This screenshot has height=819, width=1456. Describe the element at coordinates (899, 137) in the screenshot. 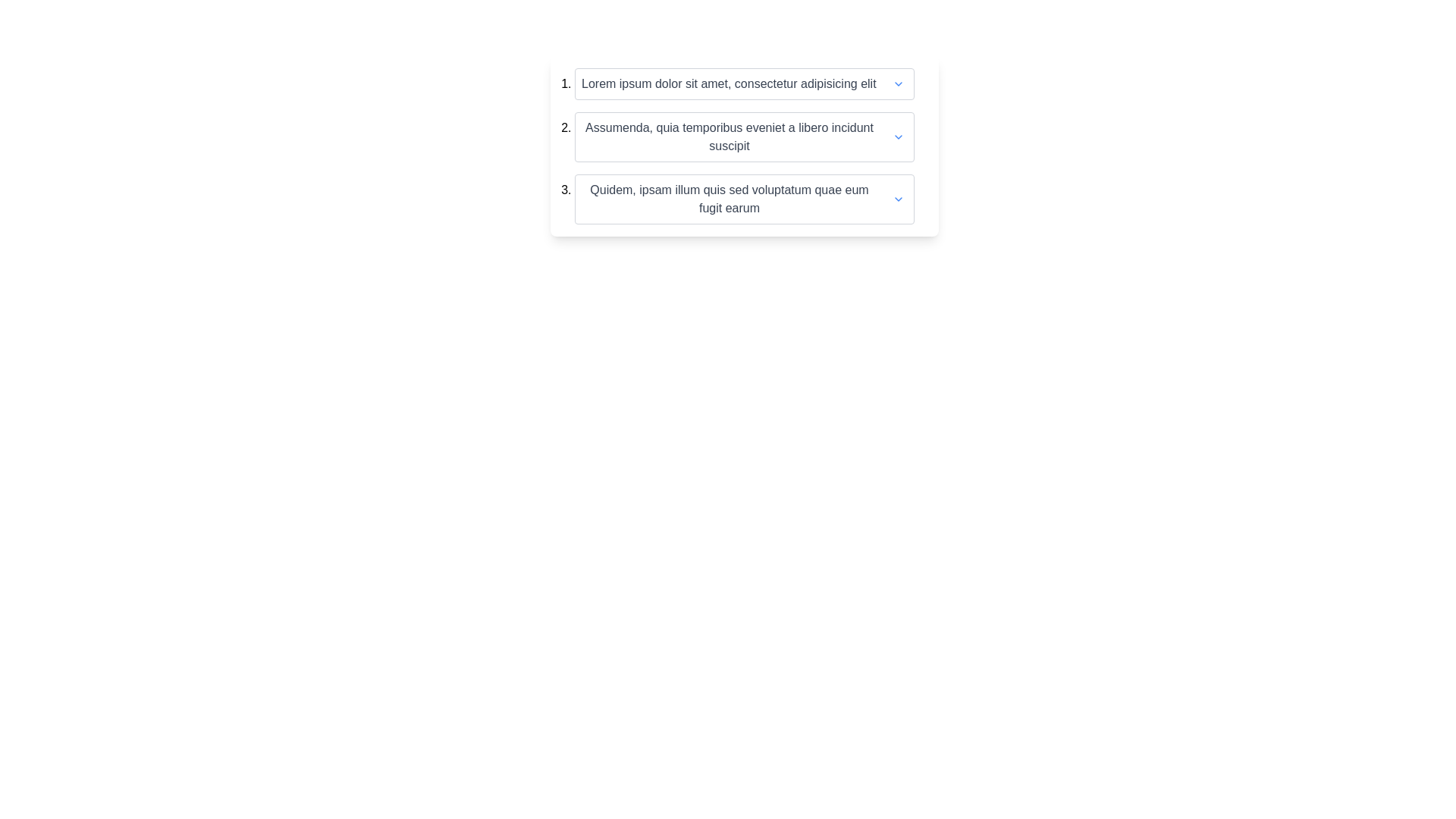

I see `the dropdown toggle icon located to the right of the text 'Assumenda, quia temporibus eveniet a libero incidunt suscipit'` at that location.